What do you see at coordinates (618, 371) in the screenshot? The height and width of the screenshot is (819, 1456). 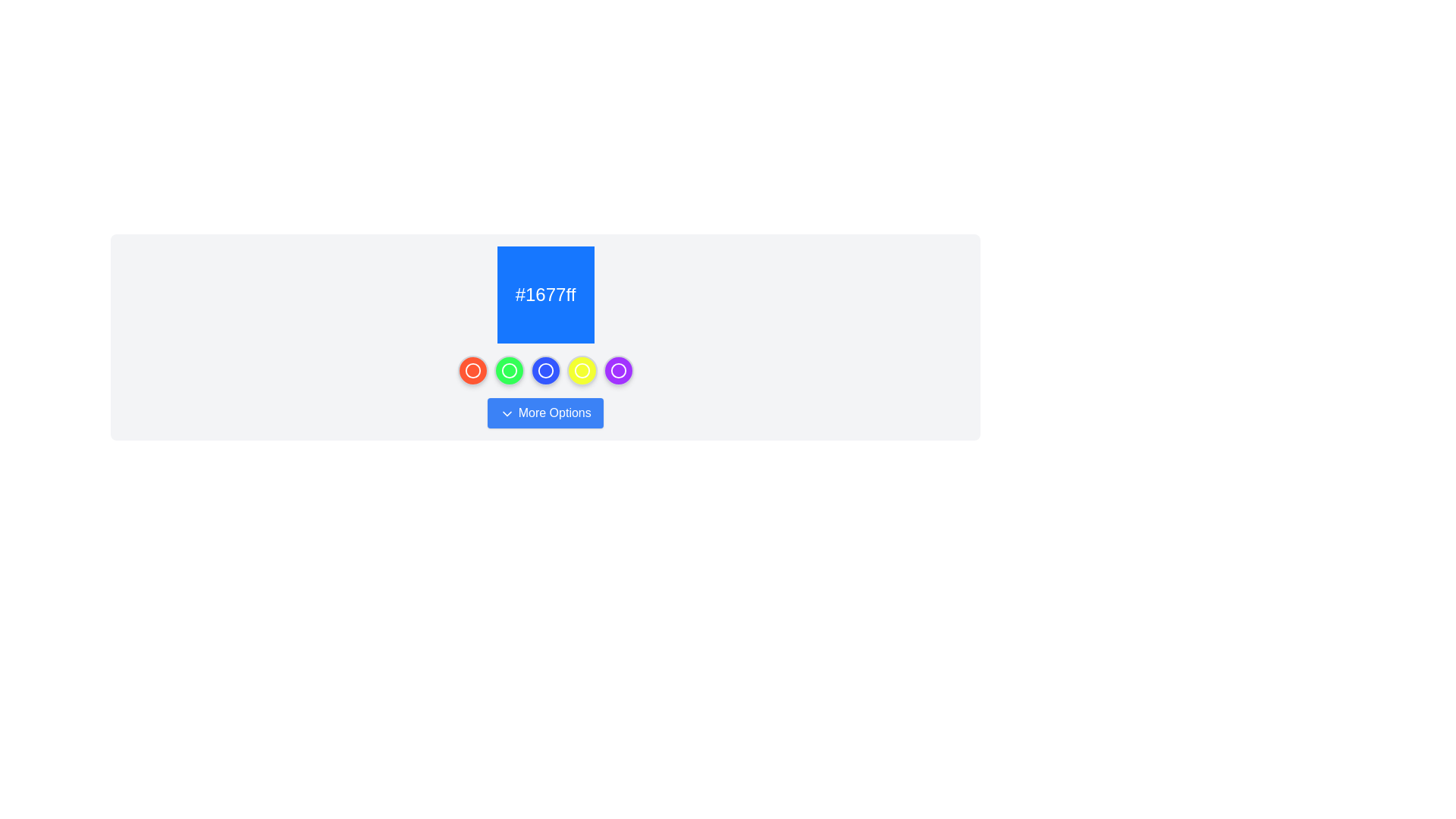 I see `the sixth circular button with a purple background and a white outline, located below the blue square labeled '#1677ff'` at bounding box center [618, 371].